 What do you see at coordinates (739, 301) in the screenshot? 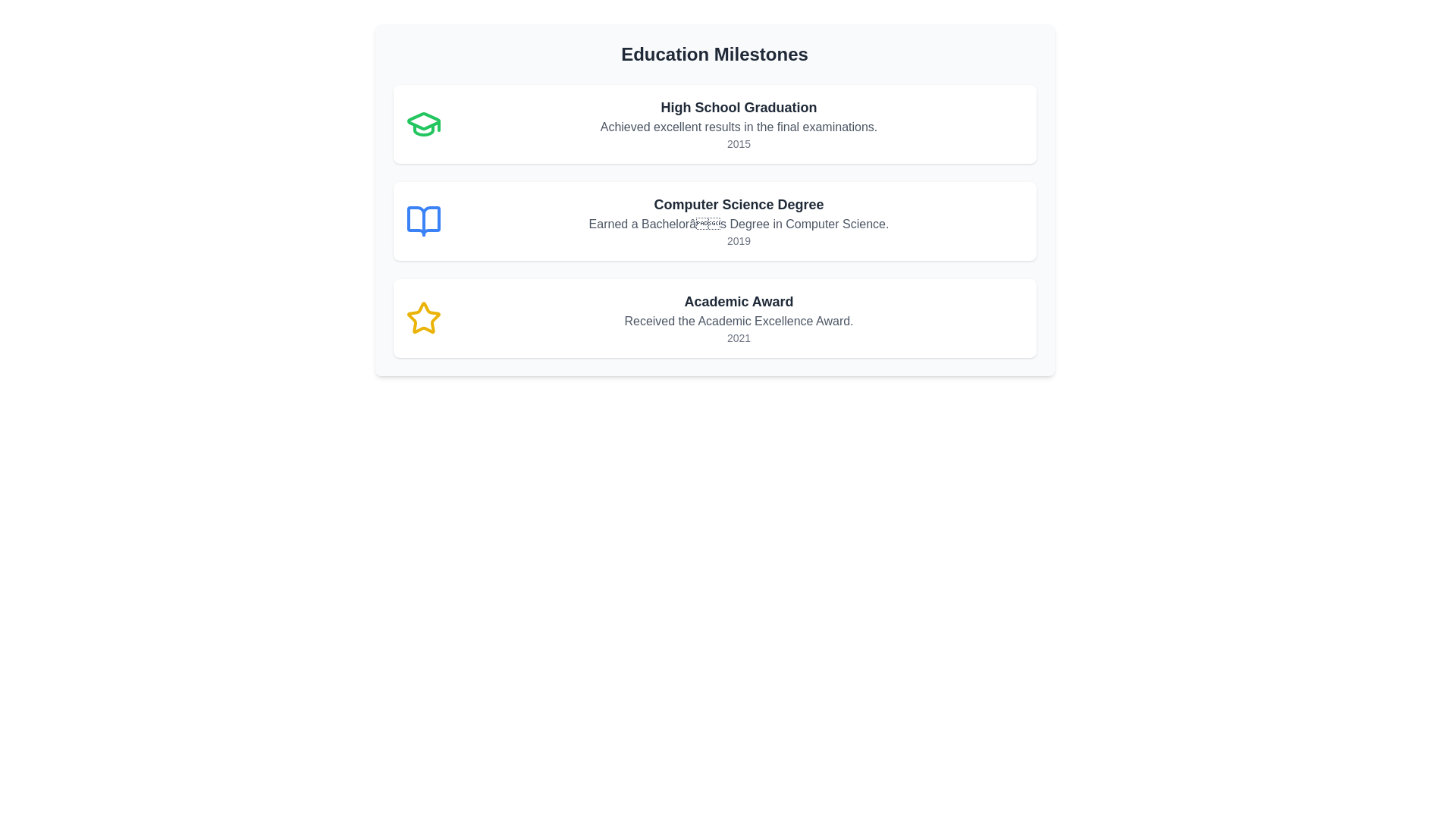
I see `the text heading styled in a bold font reading 'Academic Award', which is located in the top section of the 'Education Milestones' list` at bounding box center [739, 301].